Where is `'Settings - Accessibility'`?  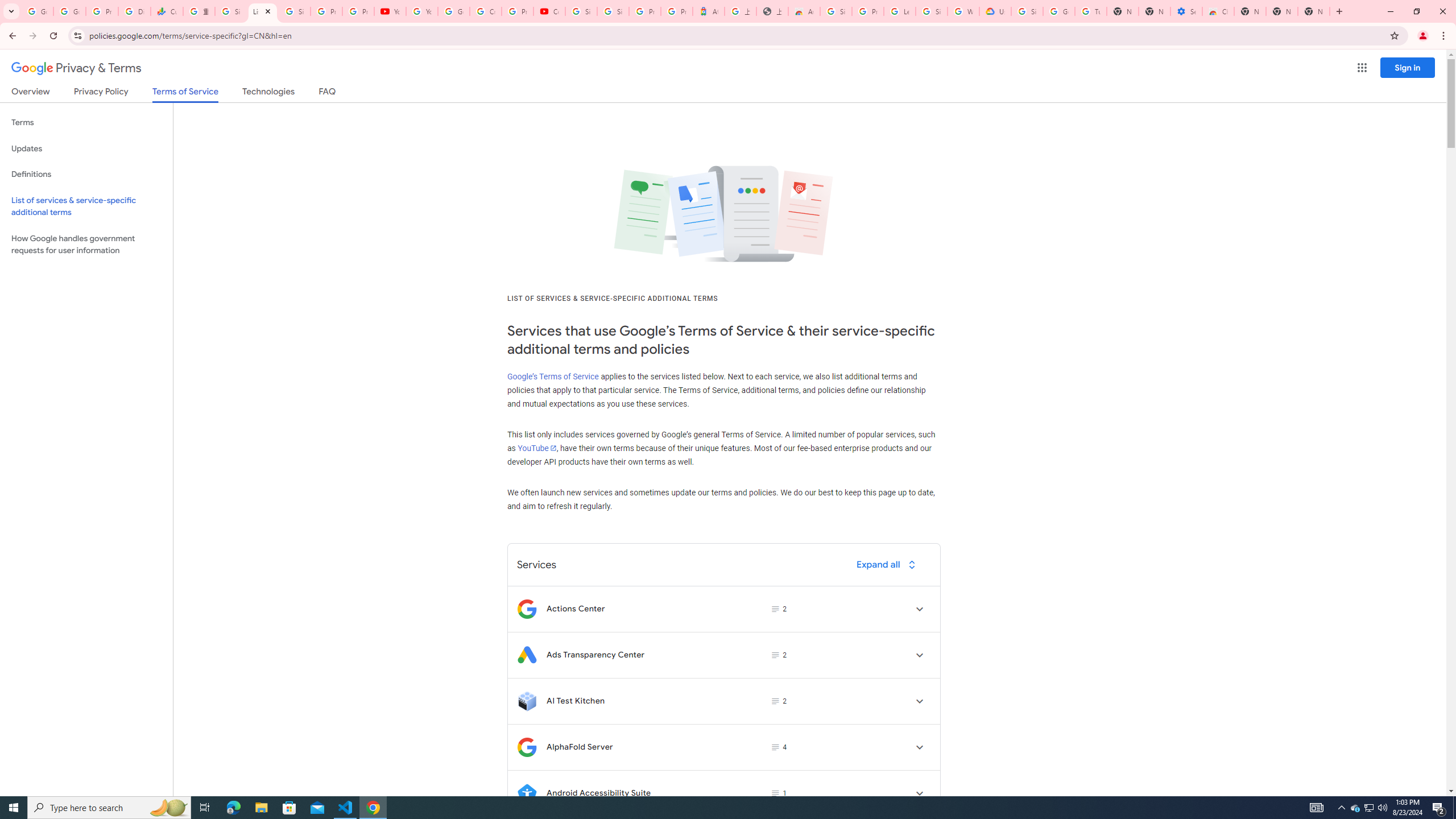
'Settings - Accessibility' is located at coordinates (1185, 11).